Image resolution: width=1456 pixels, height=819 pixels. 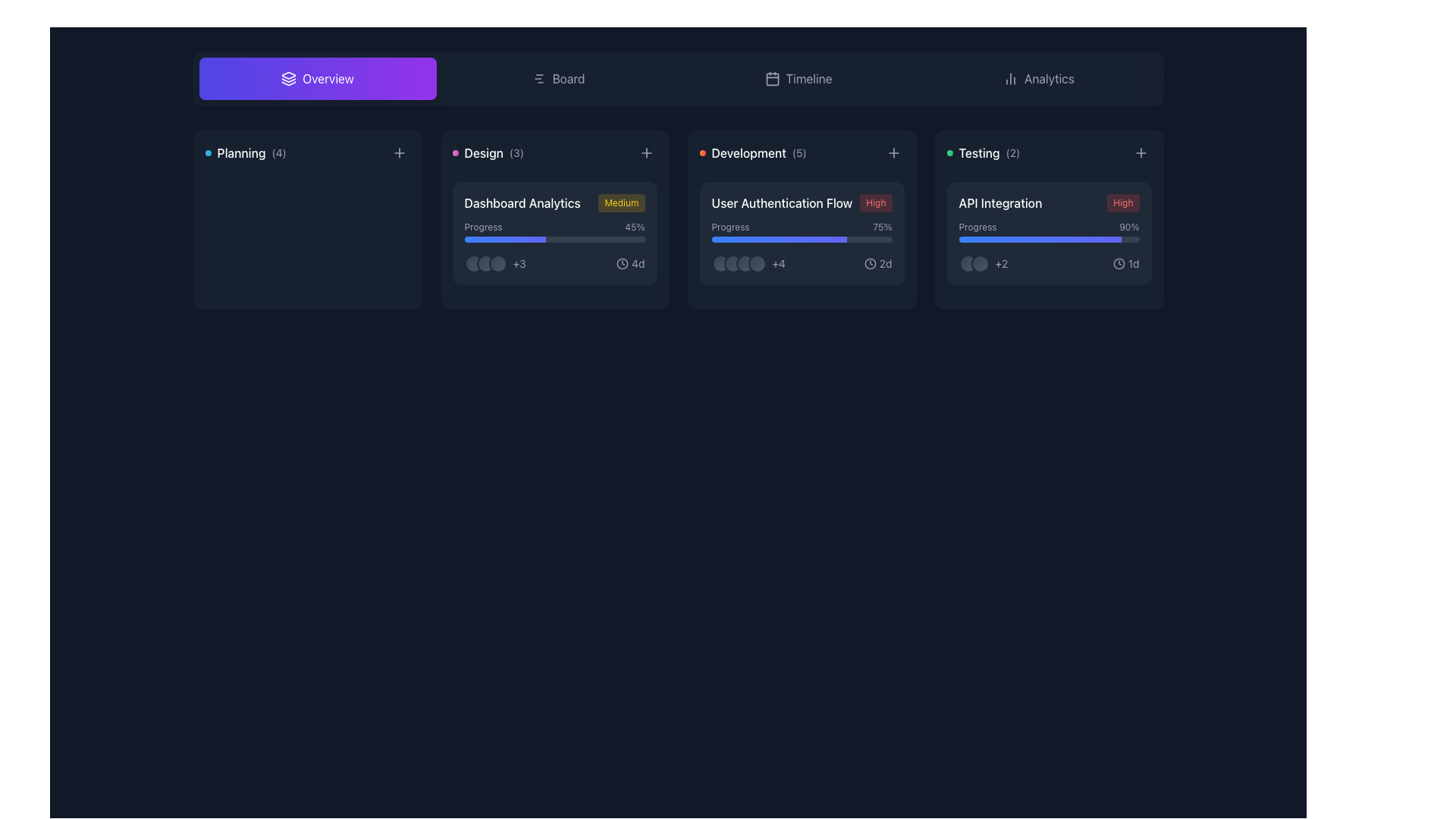 What do you see at coordinates (1012, 152) in the screenshot?
I see `the text label displaying the count '(2)' related to the 'Testing' category for accessibility inspection` at bounding box center [1012, 152].